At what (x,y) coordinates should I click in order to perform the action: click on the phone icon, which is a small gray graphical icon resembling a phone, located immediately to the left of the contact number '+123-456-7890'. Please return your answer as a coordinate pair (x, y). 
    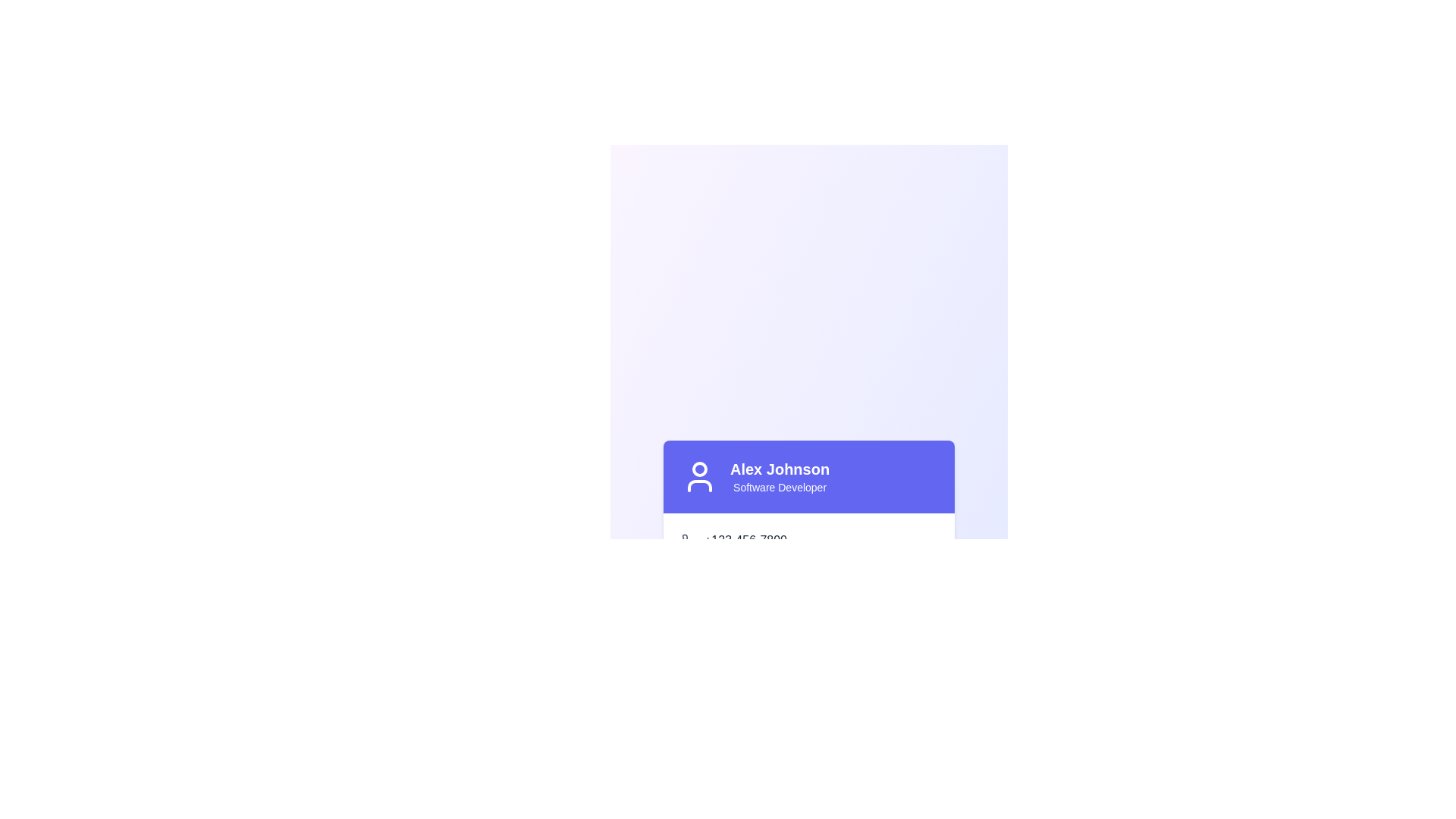
    Looking at the image, I should click on (687, 540).